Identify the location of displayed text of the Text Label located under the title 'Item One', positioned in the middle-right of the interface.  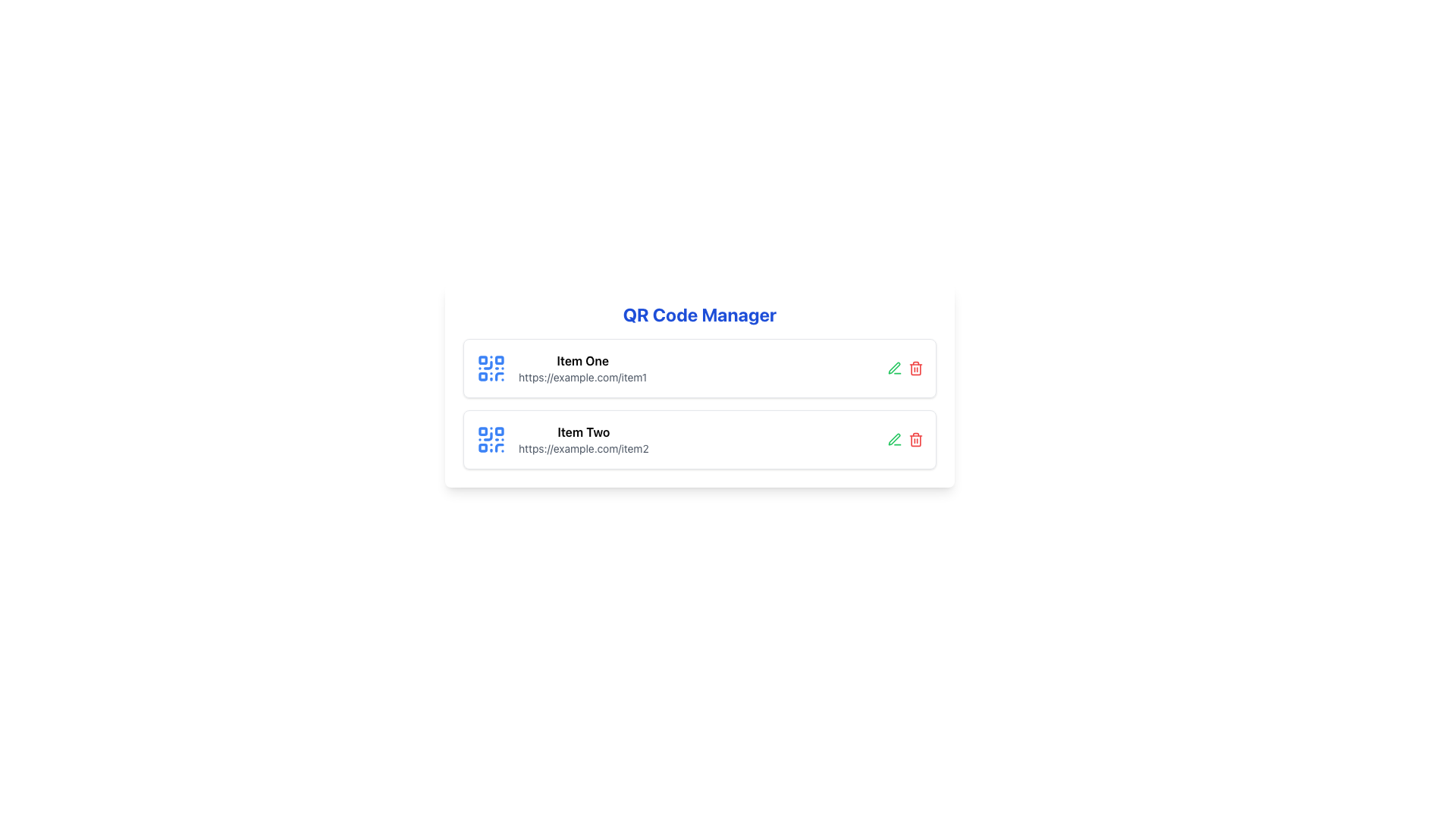
(582, 376).